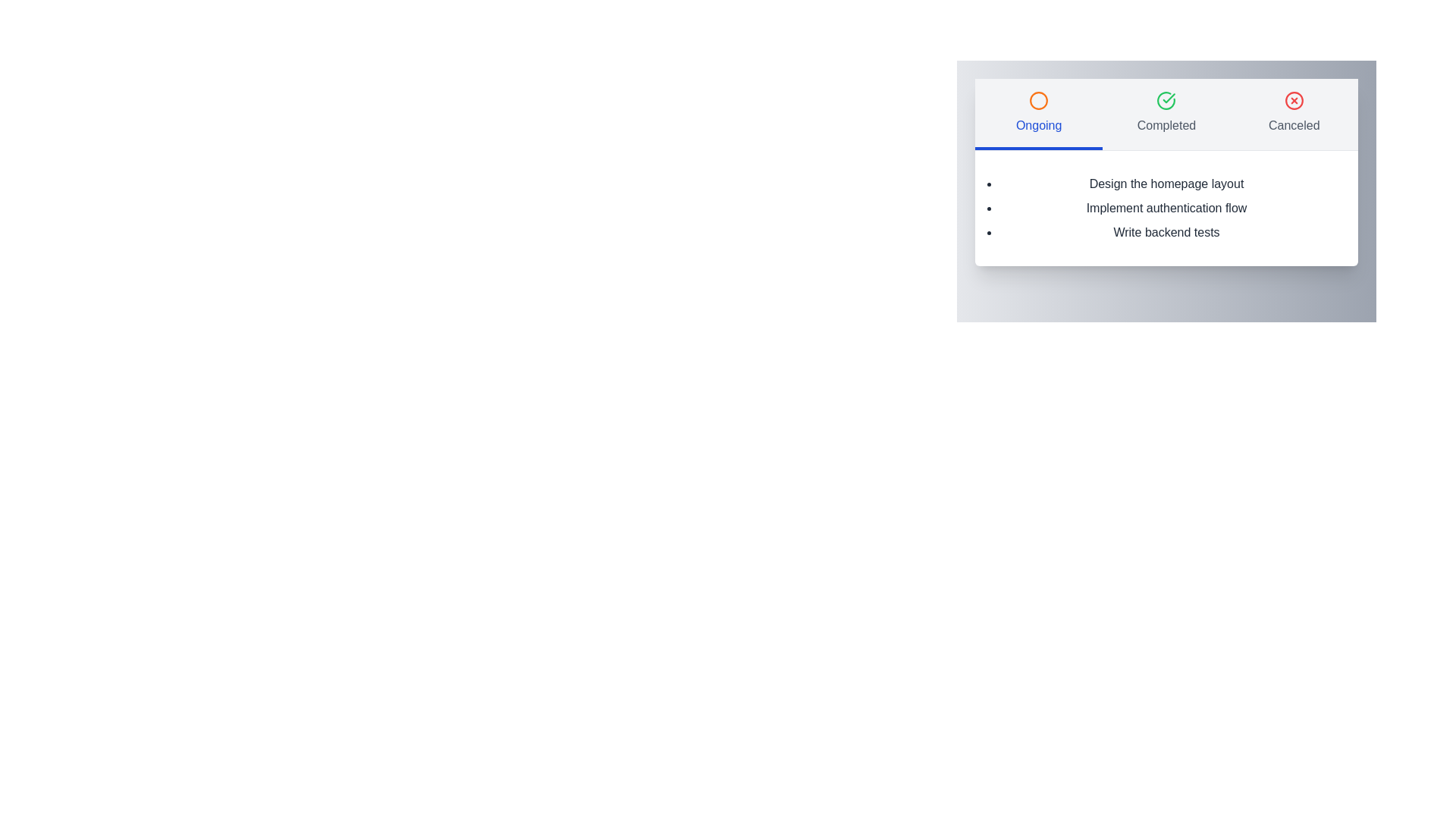 The height and width of the screenshot is (819, 1456). I want to click on the tab labeled Completed to reveal additional tooltips or effects, so click(1166, 113).